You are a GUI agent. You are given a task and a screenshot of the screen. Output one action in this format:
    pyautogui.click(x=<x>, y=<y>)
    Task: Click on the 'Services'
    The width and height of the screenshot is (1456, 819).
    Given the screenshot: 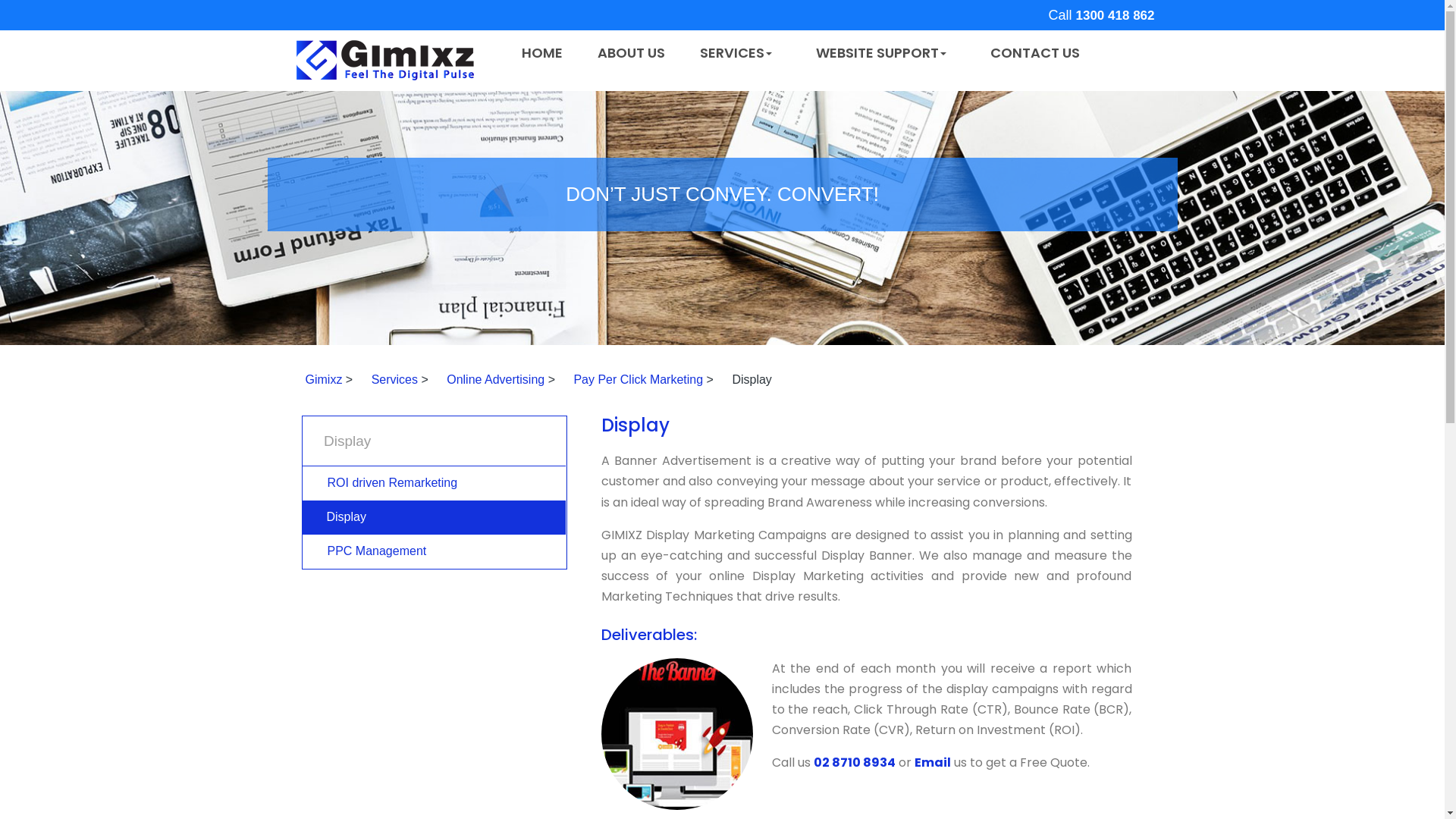 What is the action you would take?
    pyautogui.click(x=364, y=378)
    